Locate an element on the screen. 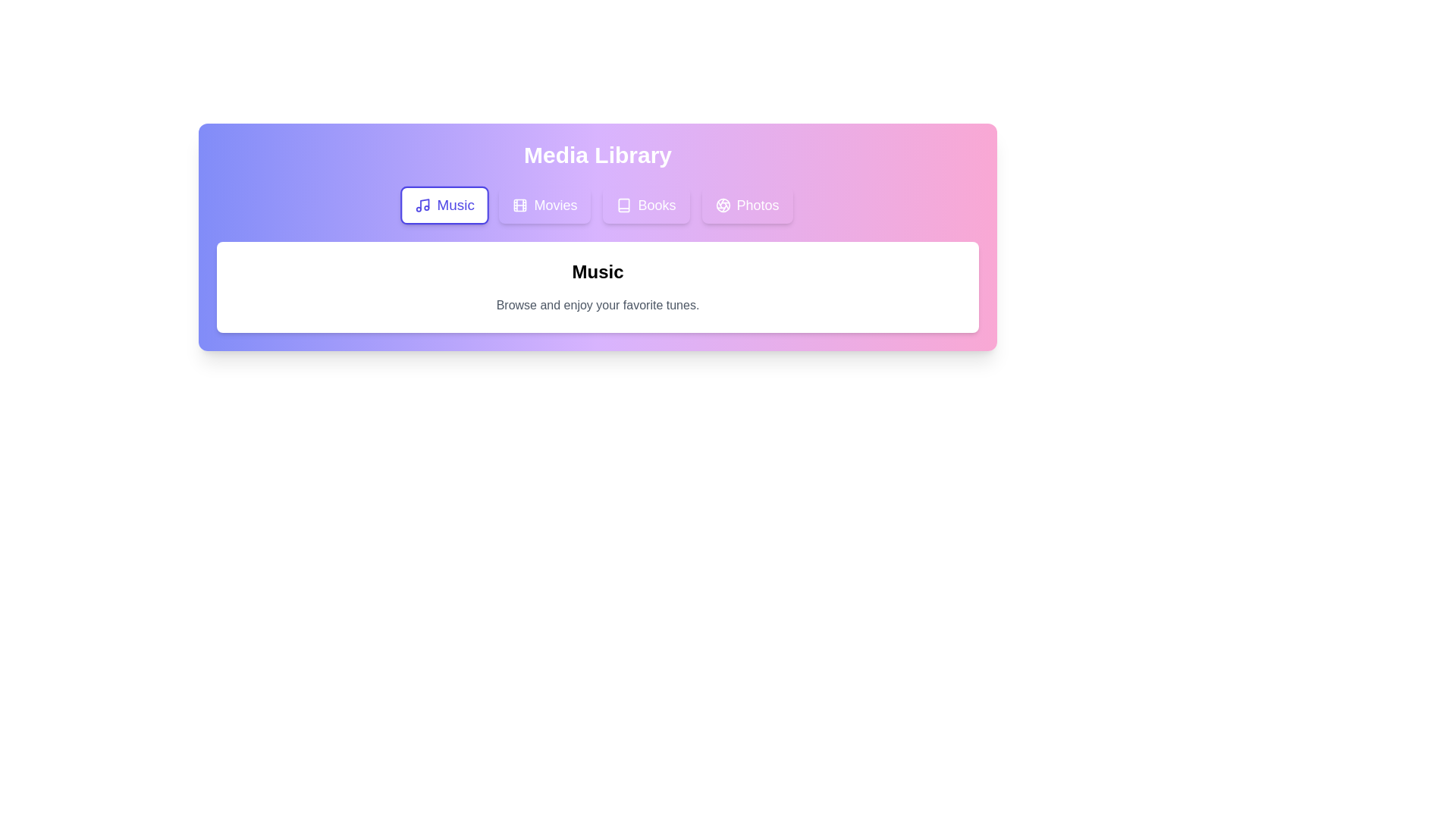 The width and height of the screenshot is (1456, 819). the Photos tab to view its content is located at coordinates (747, 205).